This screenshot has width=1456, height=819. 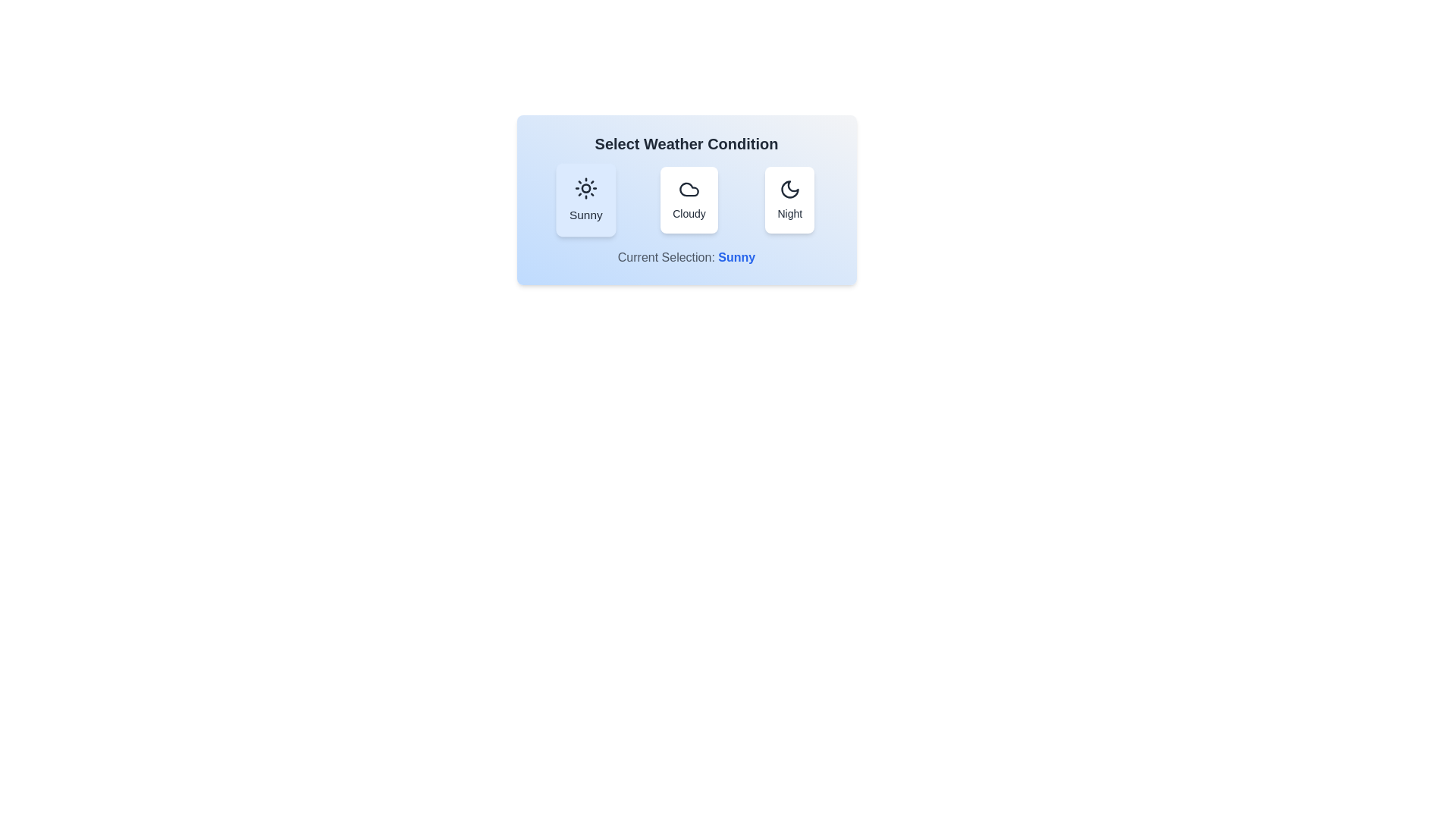 I want to click on the weather condition by clicking on the respective icon: Sunny, so click(x=585, y=199).